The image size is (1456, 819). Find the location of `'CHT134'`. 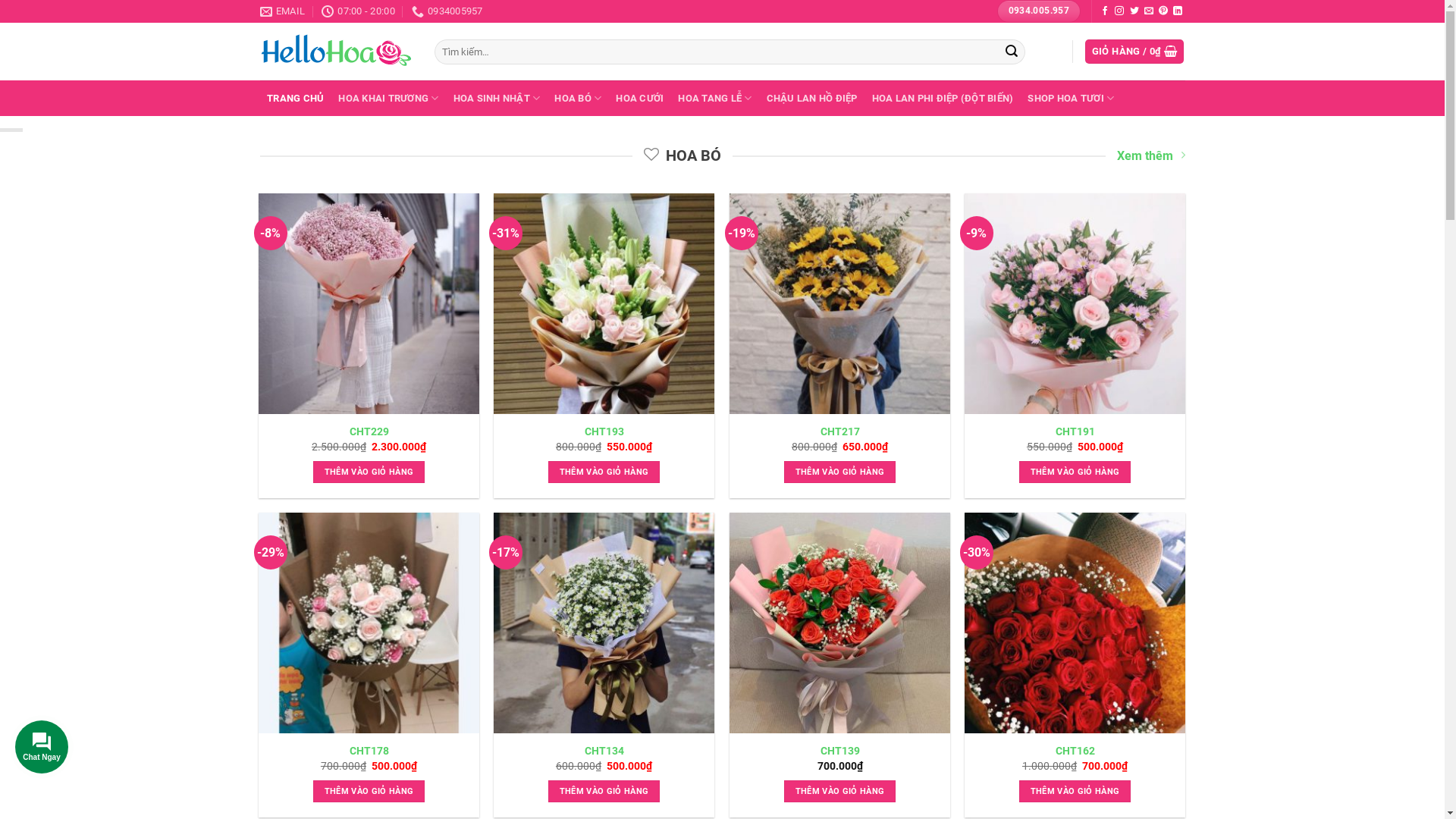

'CHT134' is located at coordinates (603, 751).